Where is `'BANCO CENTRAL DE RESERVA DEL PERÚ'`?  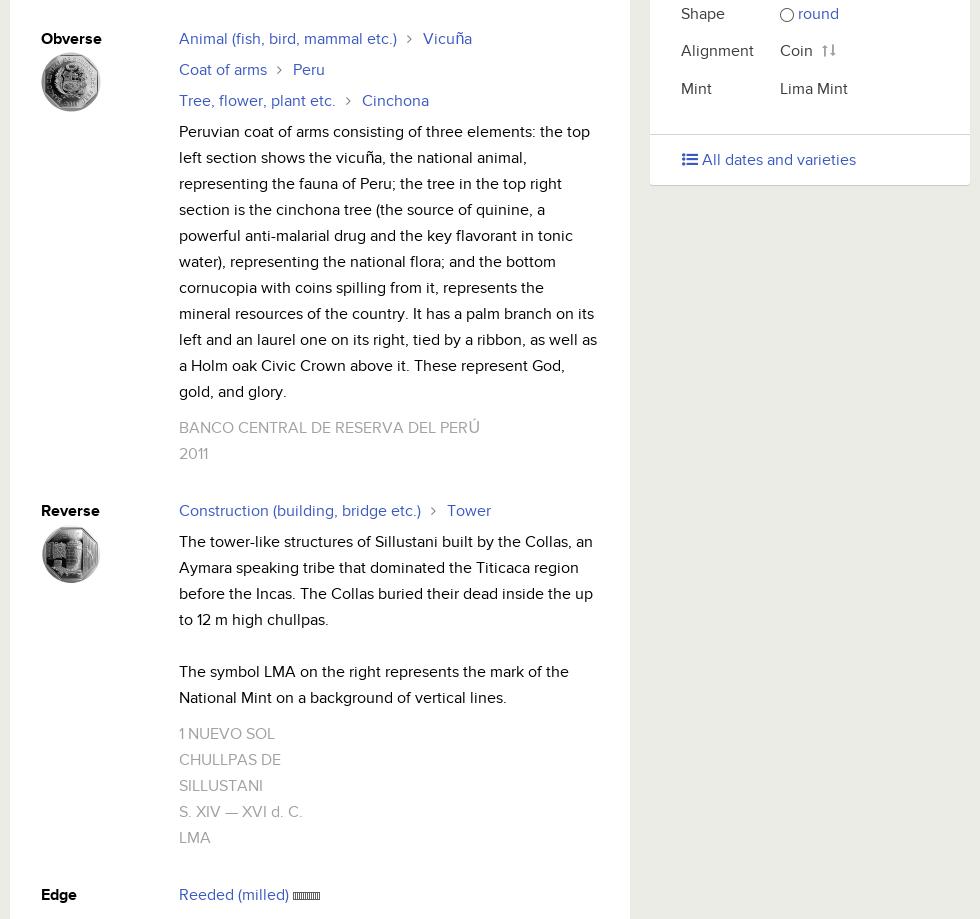
'BANCO CENTRAL DE RESERVA DEL PERÚ' is located at coordinates (179, 427).